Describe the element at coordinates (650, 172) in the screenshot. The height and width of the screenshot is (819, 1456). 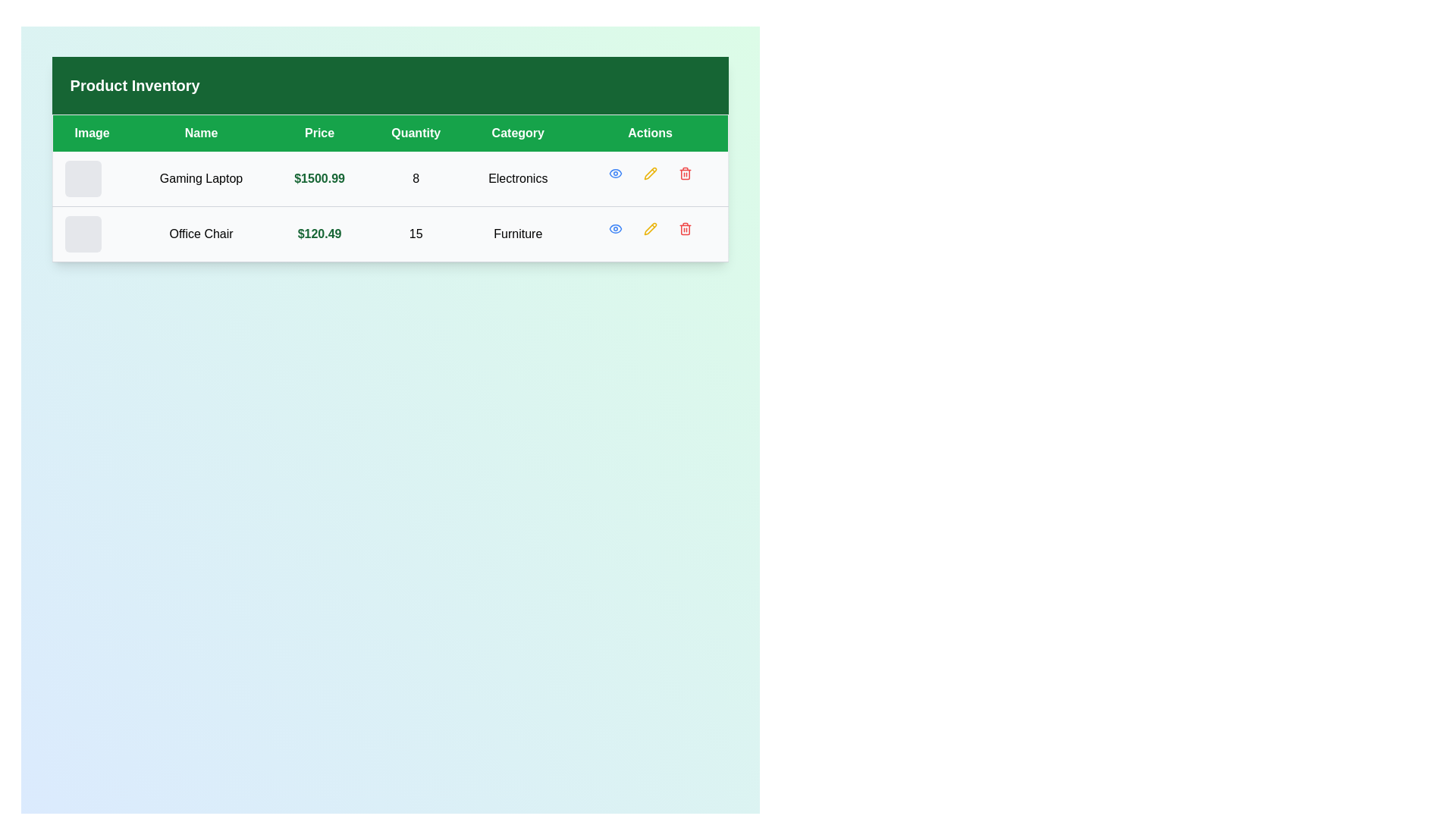
I see `the editing icon located in the 'Actions' column of the second row corresponding to the 'Office Chair' product entry` at that location.